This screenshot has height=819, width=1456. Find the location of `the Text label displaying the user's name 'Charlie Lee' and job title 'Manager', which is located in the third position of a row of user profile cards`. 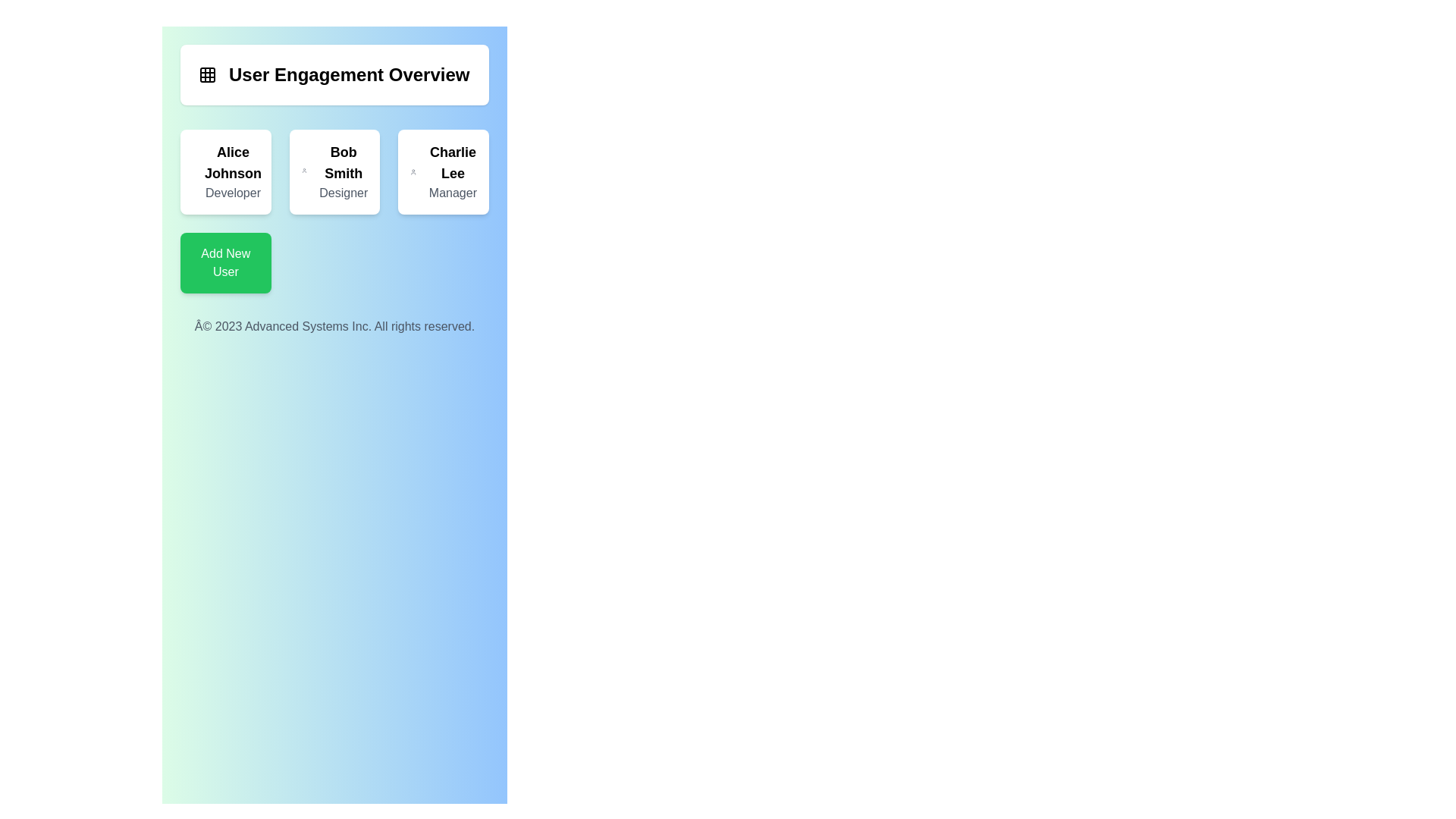

the Text label displaying the user's name 'Charlie Lee' and job title 'Manager', which is located in the third position of a row of user profile cards is located at coordinates (452, 171).